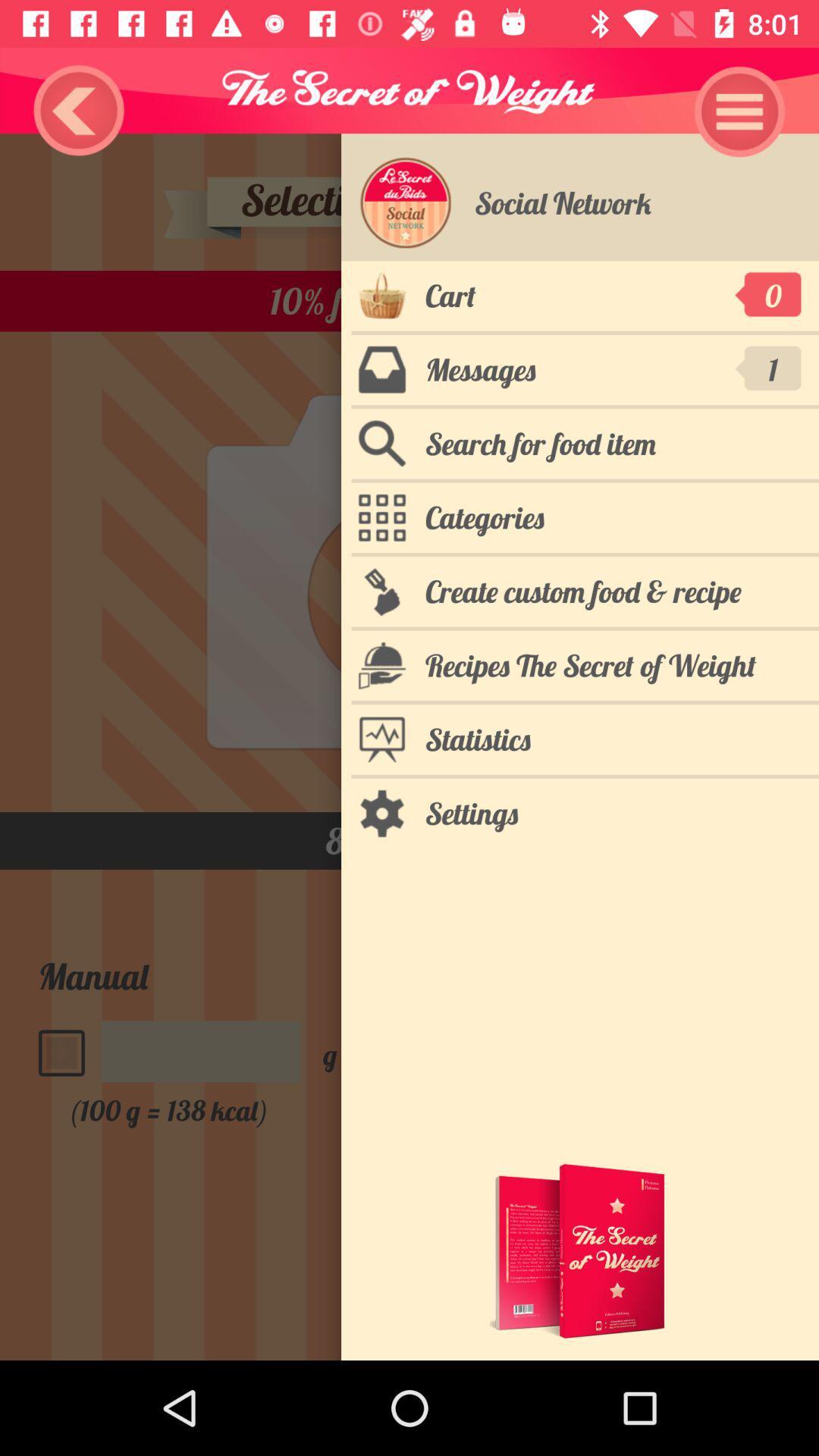 Image resolution: width=819 pixels, height=1456 pixels. Describe the element at coordinates (579, 1250) in the screenshot. I see `the image below settings` at that location.